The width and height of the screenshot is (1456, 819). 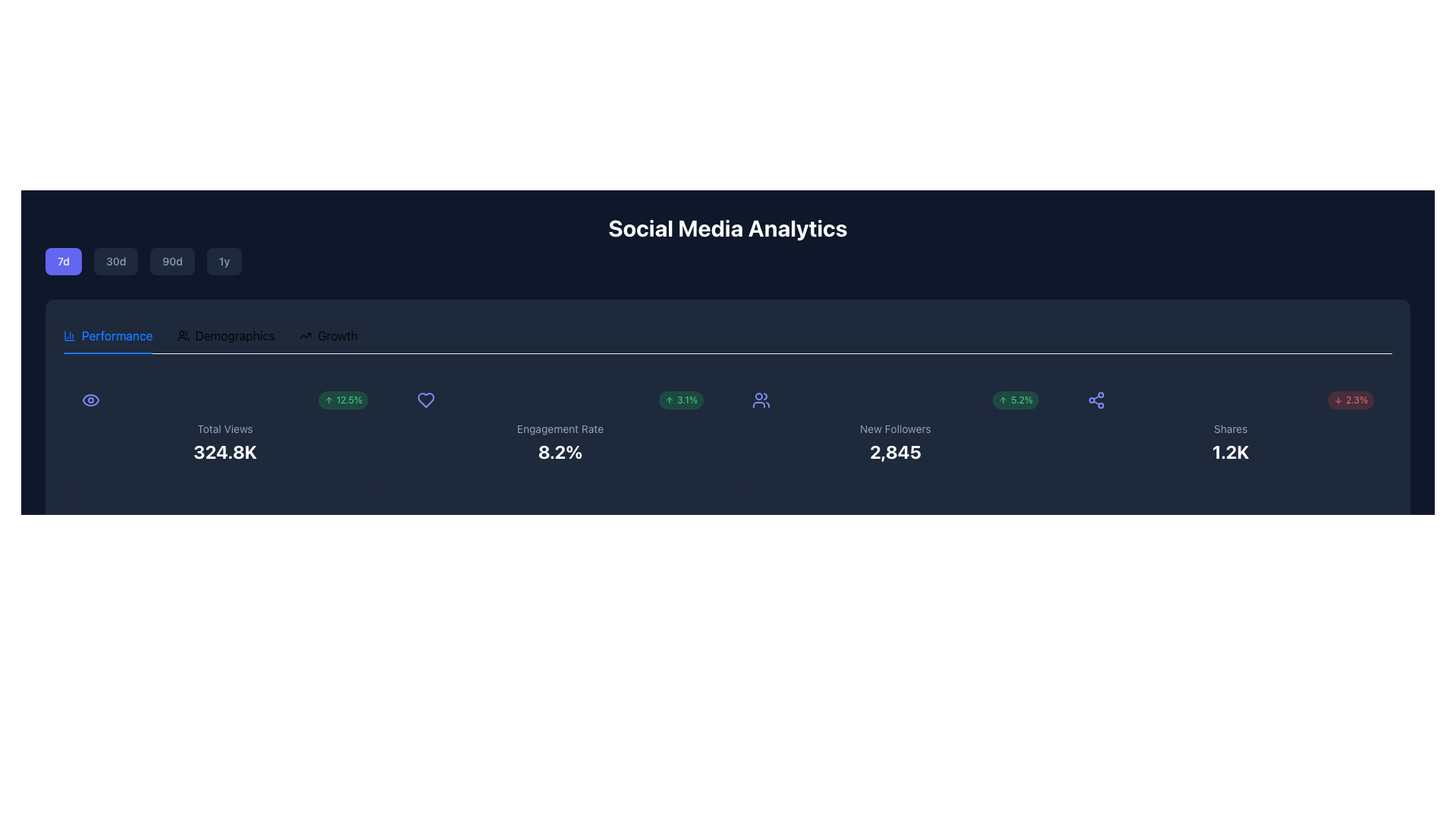 What do you see at coordinates (328, 335) in the screenshot?
I see `the 'Growth' tab button, which features a trending-upwards arrow icon on the left and is the third tab in a horizontal list` at bounding box center [328, 335].